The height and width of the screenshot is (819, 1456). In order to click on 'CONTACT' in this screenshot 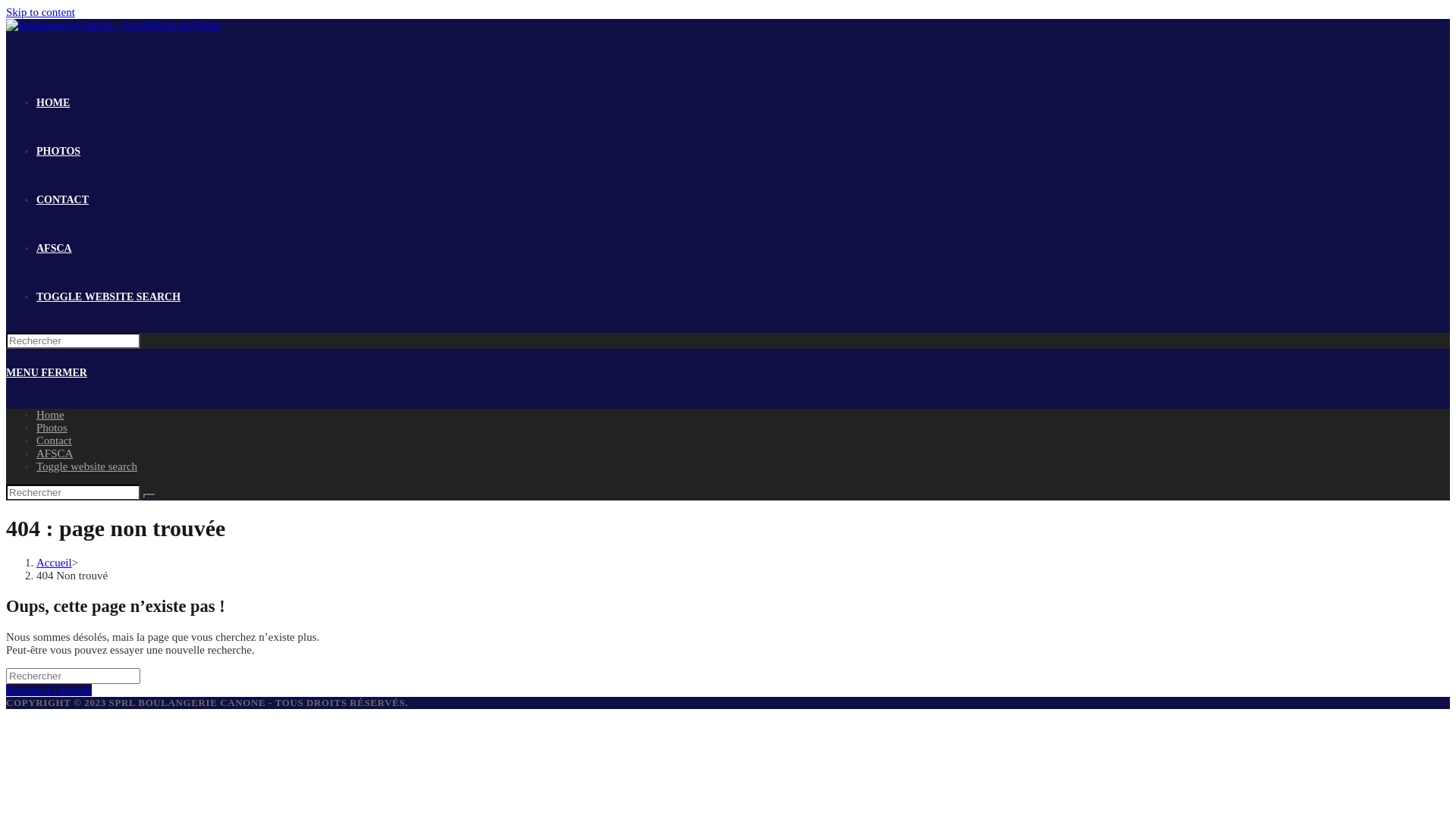, I will do `click(61, 199)`.